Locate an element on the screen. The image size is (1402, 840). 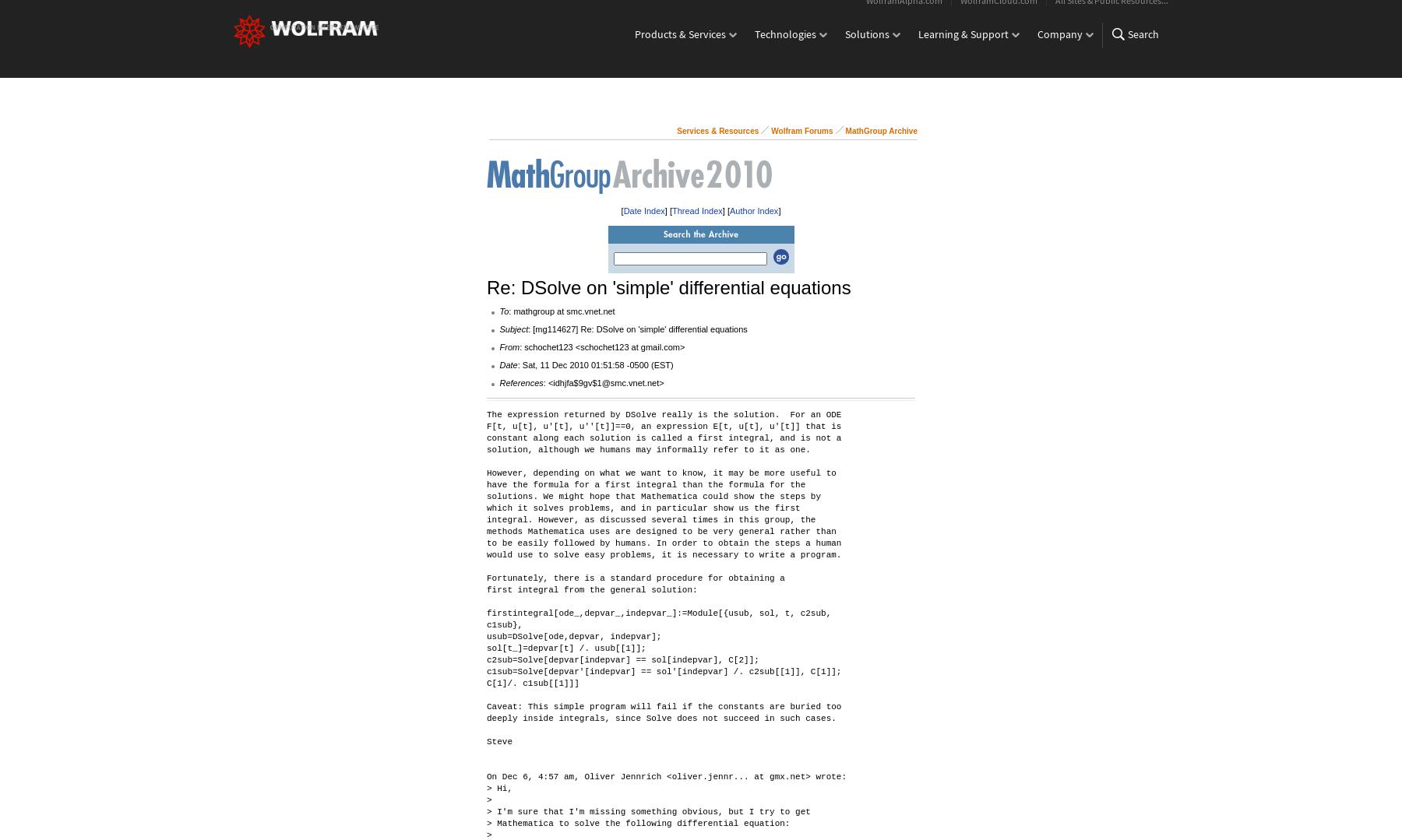
'Technologies' is located at coordinates (784, 43).